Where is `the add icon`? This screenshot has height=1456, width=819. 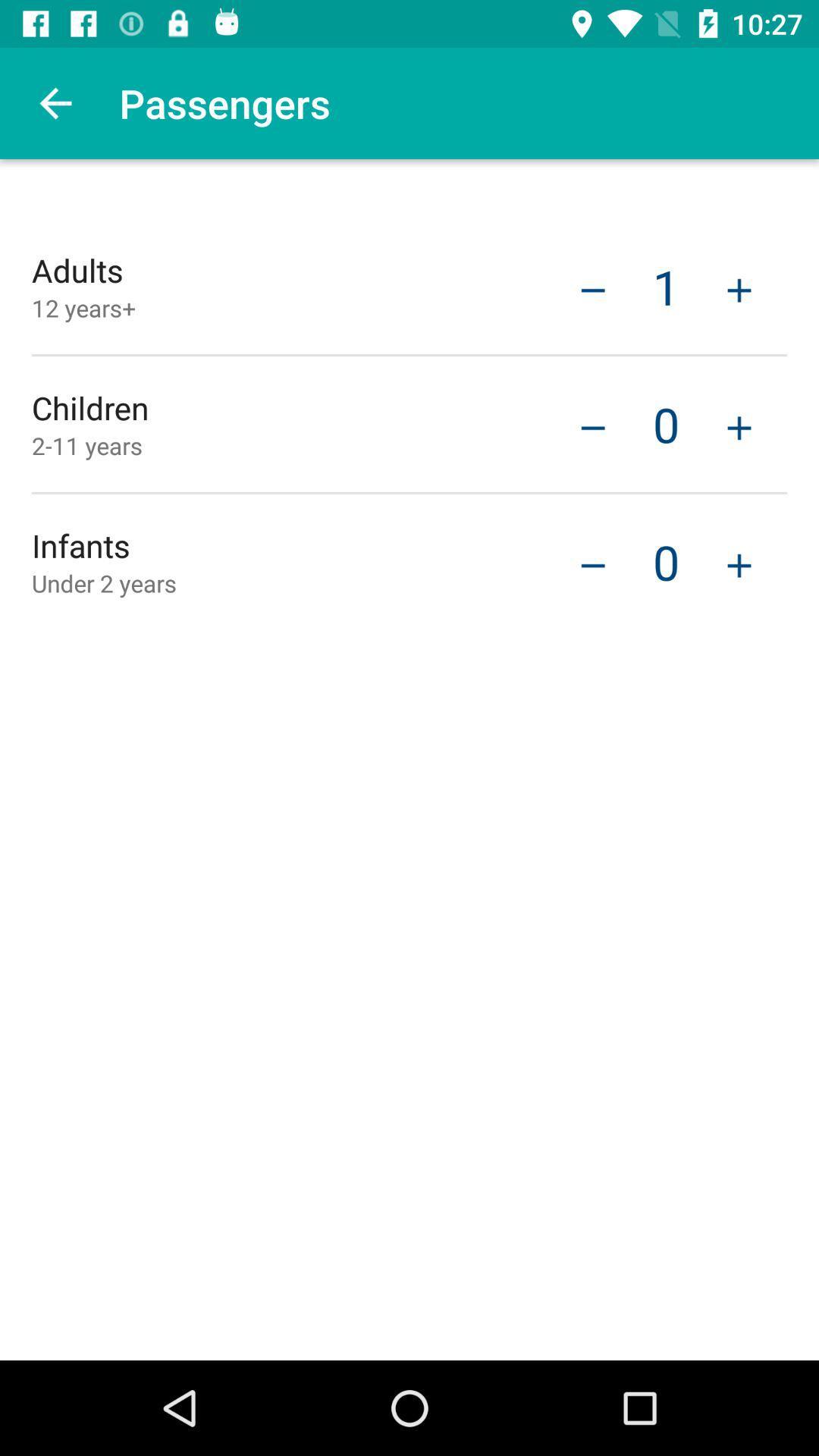 the add icon is located at coordinates (739, 563).